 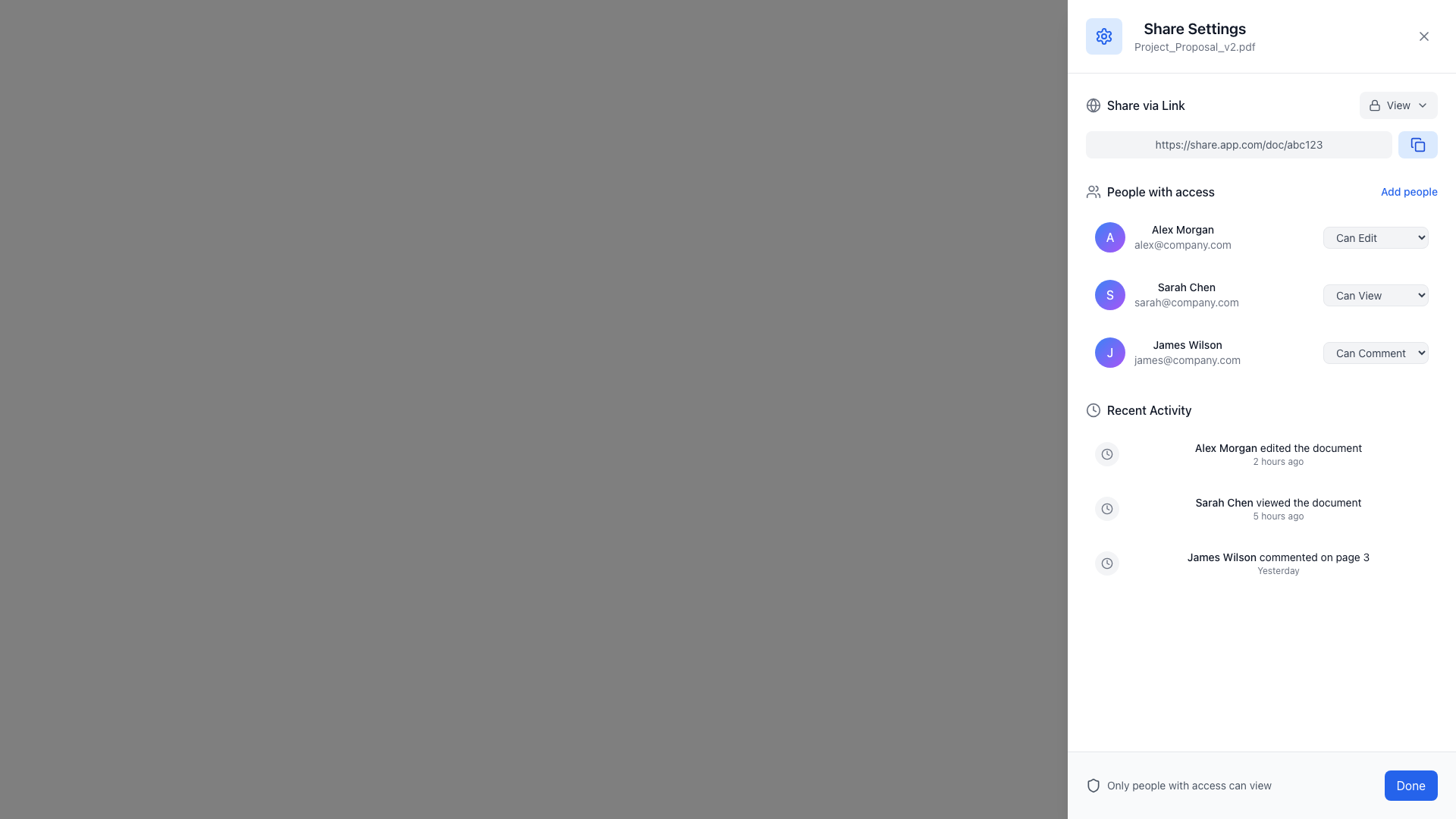 What do you see at coordinates (1277, 509) in the screenshot?
I see `the Activity Log Entry that states 'Sarah Chen viewed the document' in bold, which is the second entry in the Recent Activity section` at bounding box center [1277, 509].